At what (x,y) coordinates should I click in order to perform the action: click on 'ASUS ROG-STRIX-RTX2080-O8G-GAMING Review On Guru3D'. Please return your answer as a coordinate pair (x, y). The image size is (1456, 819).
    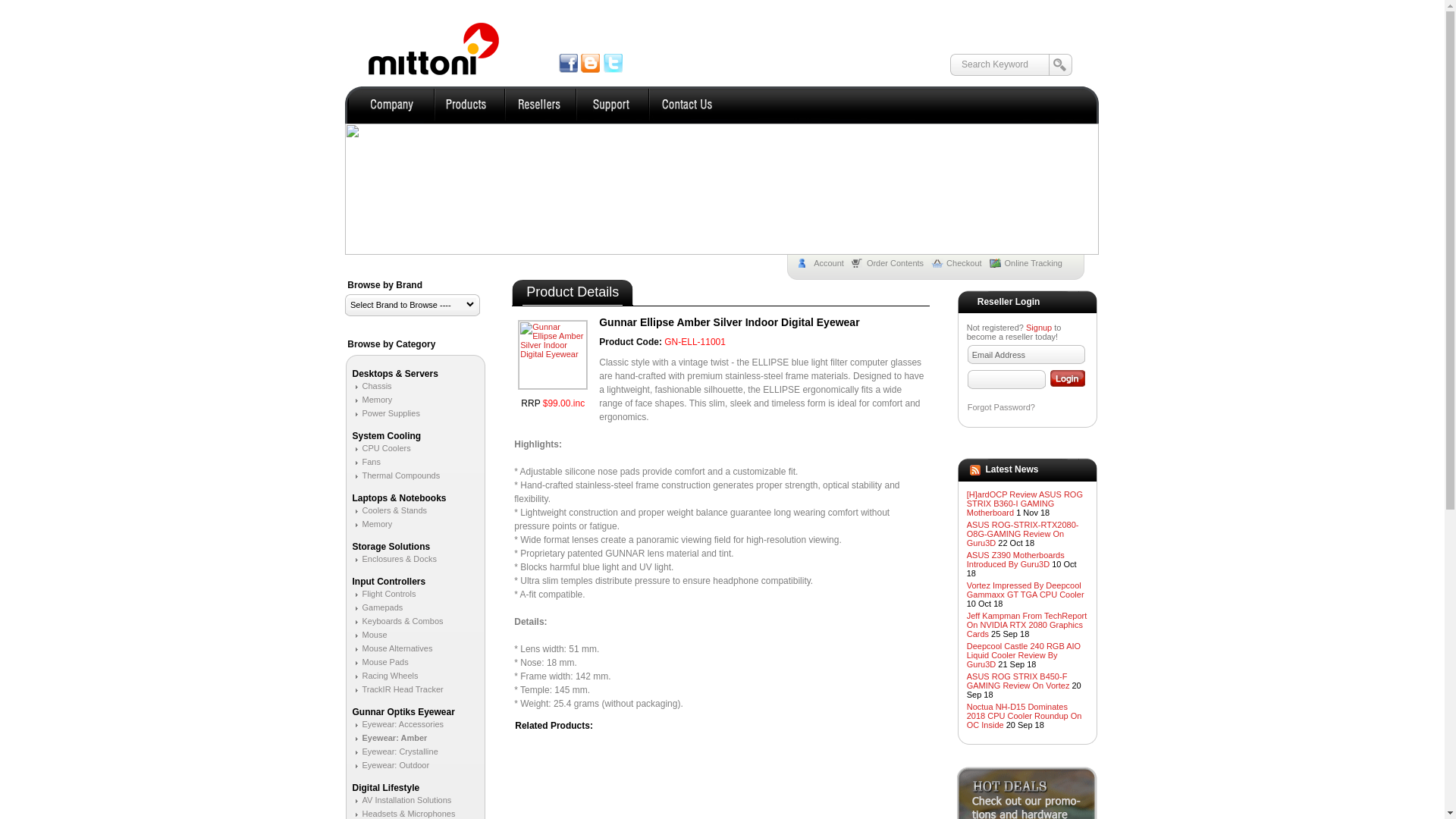
    Looking at the image, I should click on (1022, 533).